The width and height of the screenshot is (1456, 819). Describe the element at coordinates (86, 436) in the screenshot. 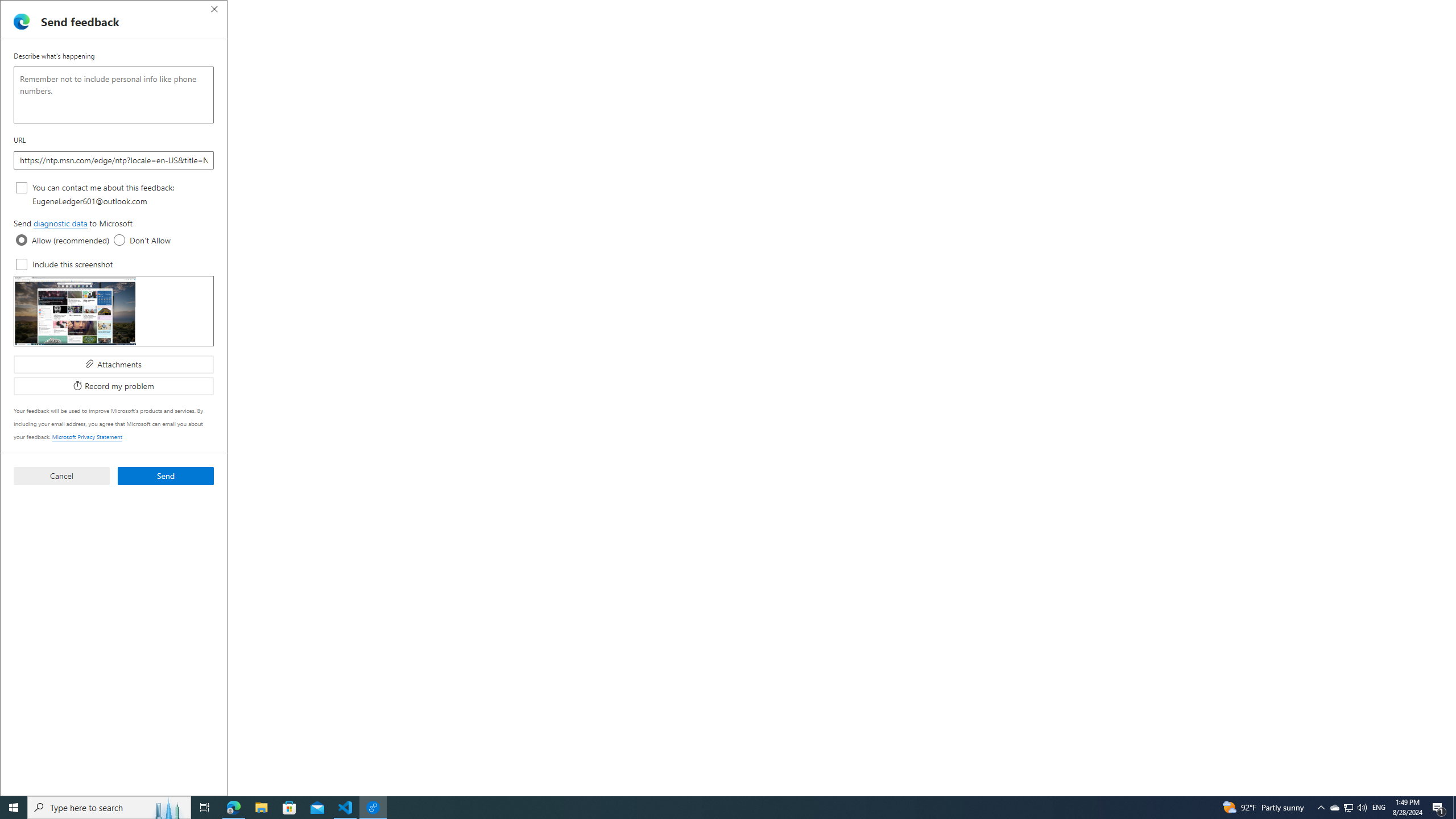

I see `'Microsoft Privacy Statement'` at that location.